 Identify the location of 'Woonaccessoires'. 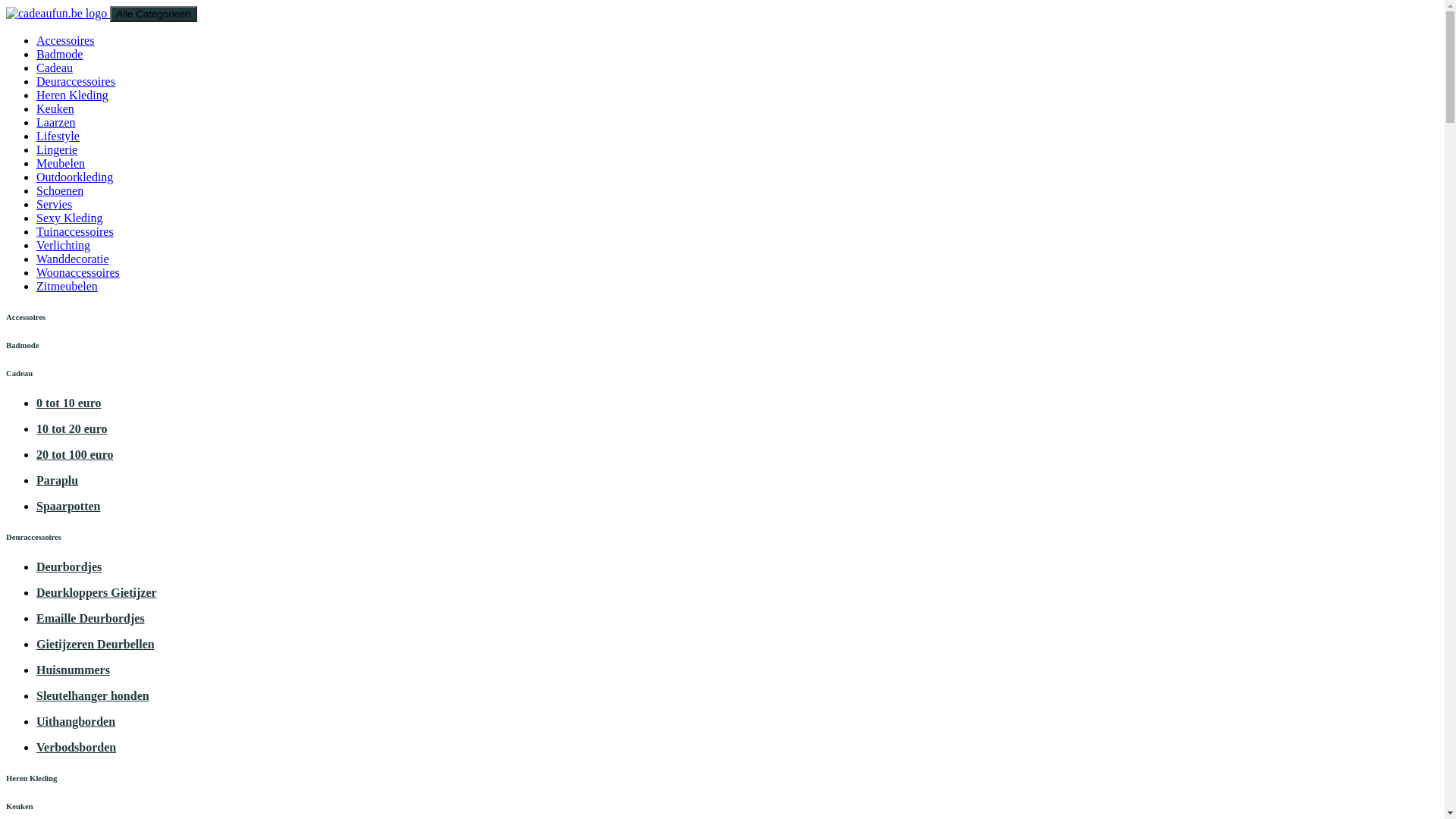
(77, 271).